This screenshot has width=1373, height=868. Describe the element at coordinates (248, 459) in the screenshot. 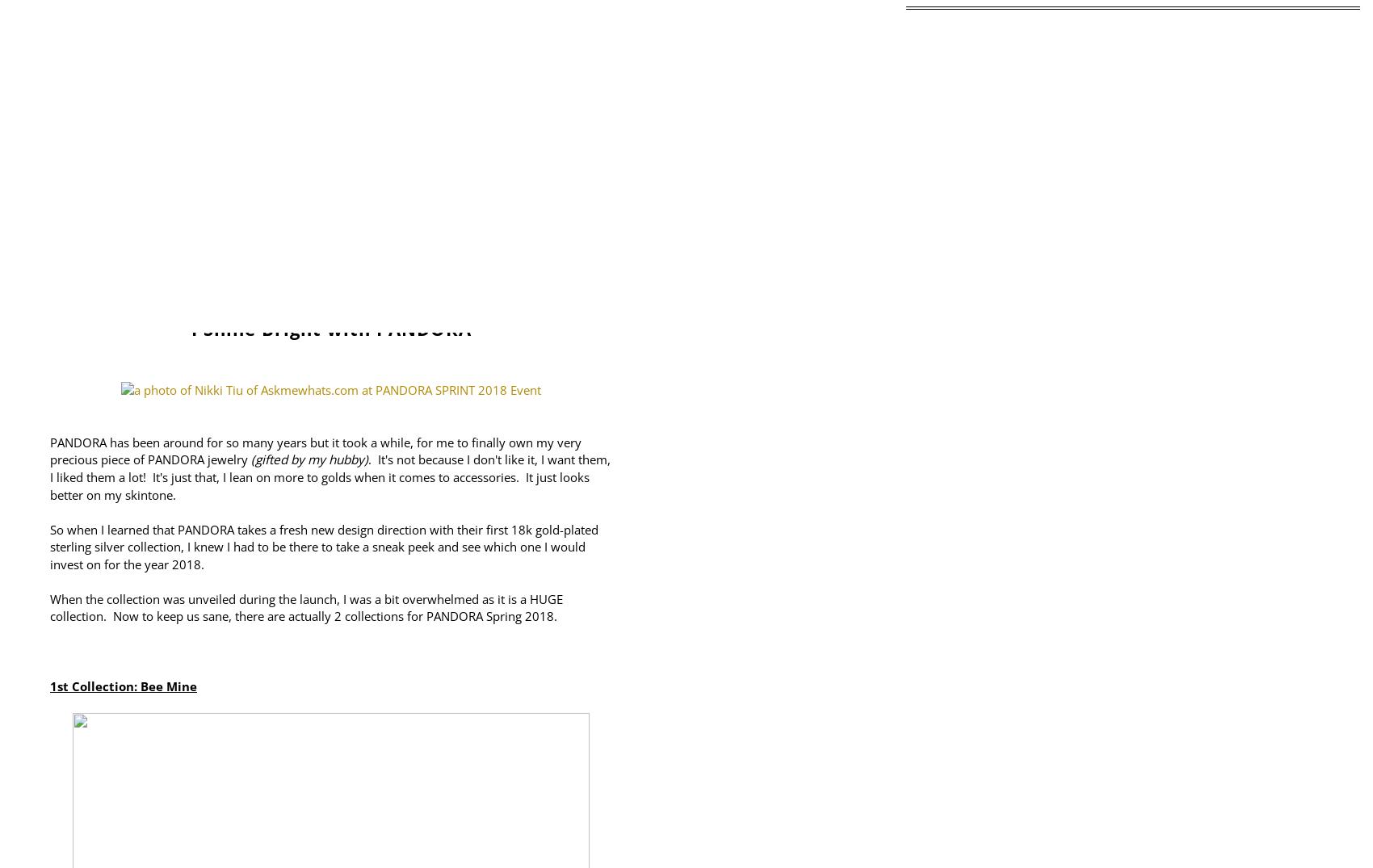

I see `'(gifted by my hubby)'` at that location.